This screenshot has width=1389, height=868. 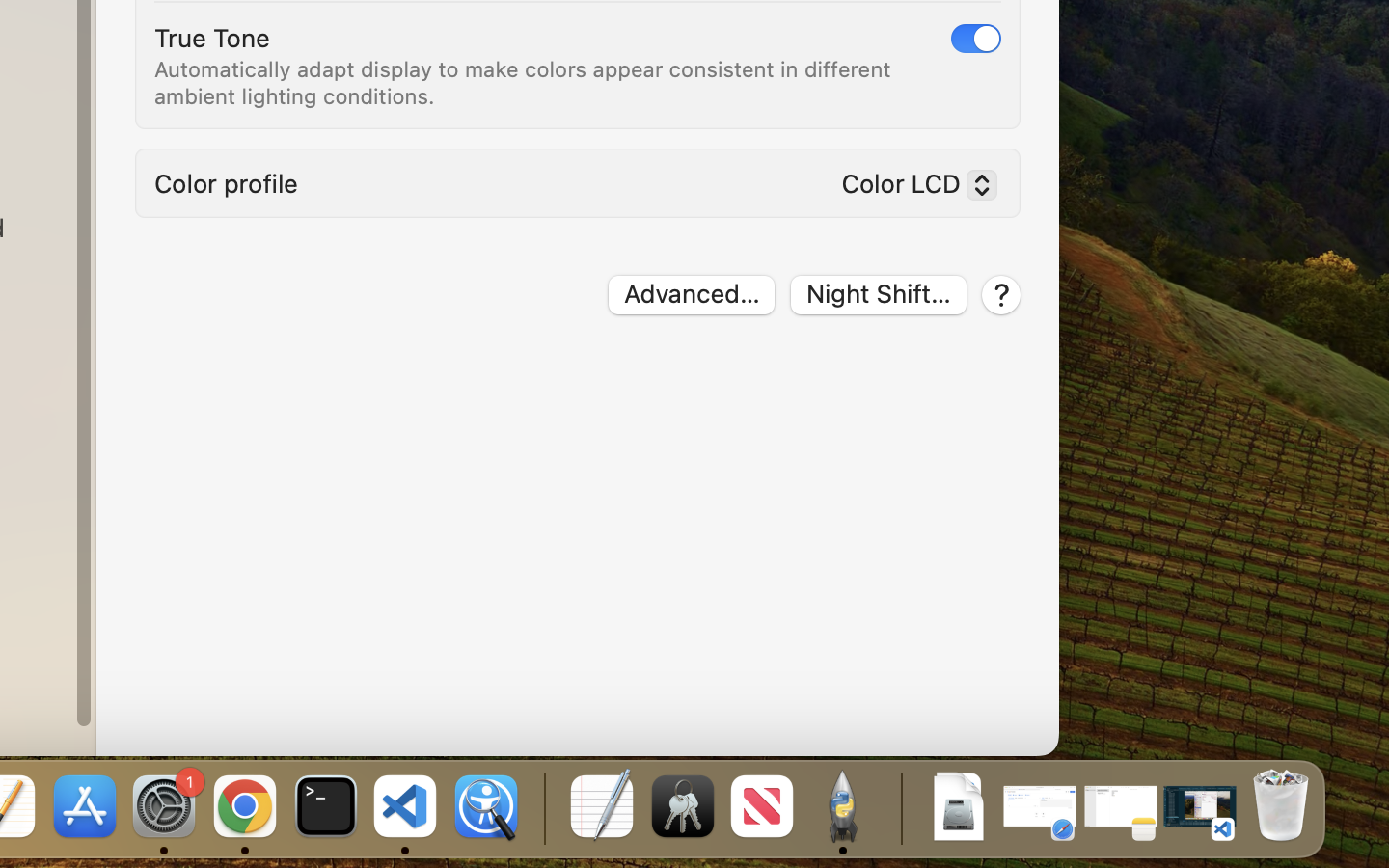 What do you see at coordinates (911, 188) in the screenshot?
I see `'Color LCD'` at bounding box center [911, 188].